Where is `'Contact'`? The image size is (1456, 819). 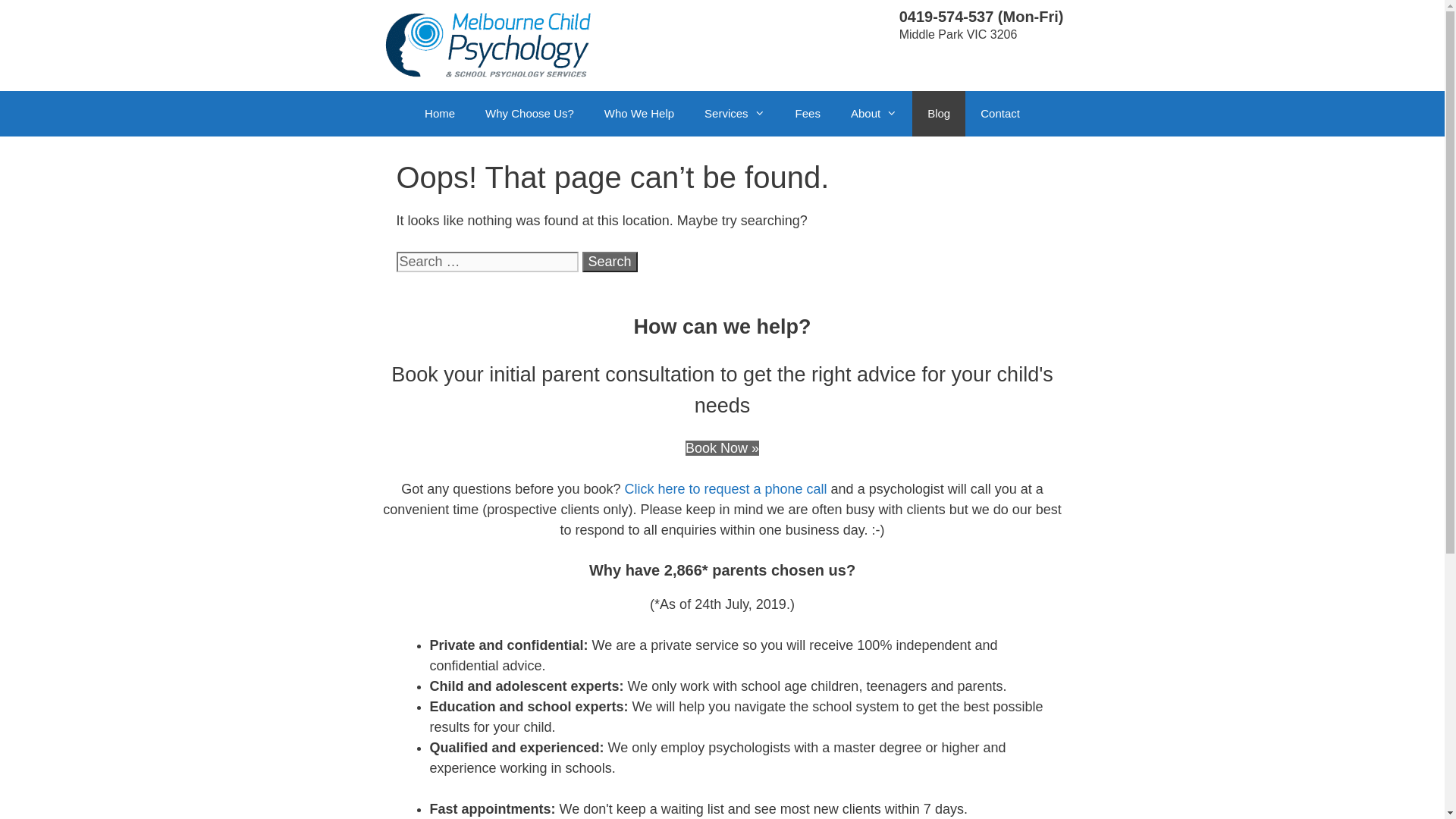 'Contact' is located at coordinates (1000, 113).